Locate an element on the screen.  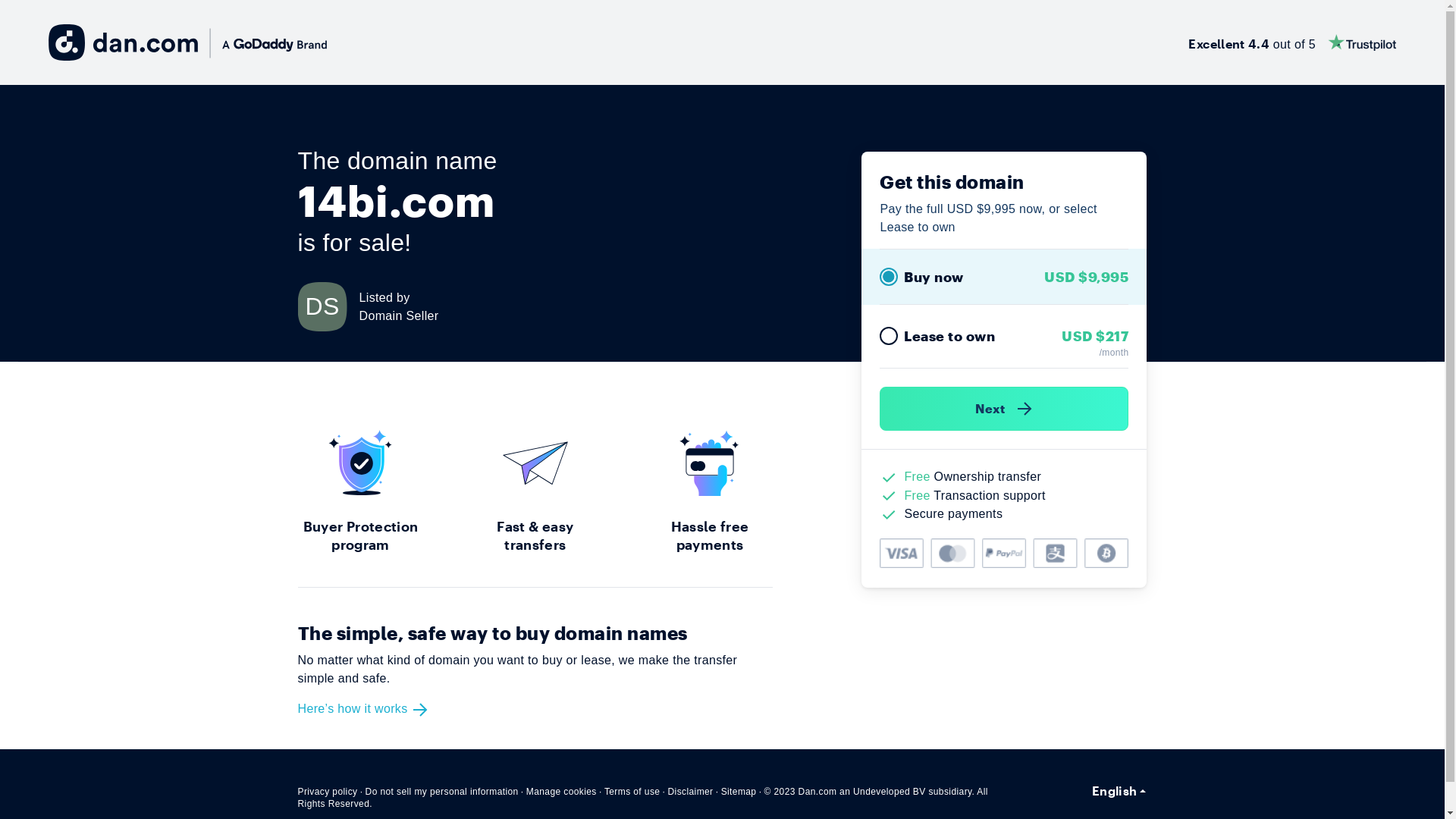
'Privacy policy' is located at coordinates (326, 791).